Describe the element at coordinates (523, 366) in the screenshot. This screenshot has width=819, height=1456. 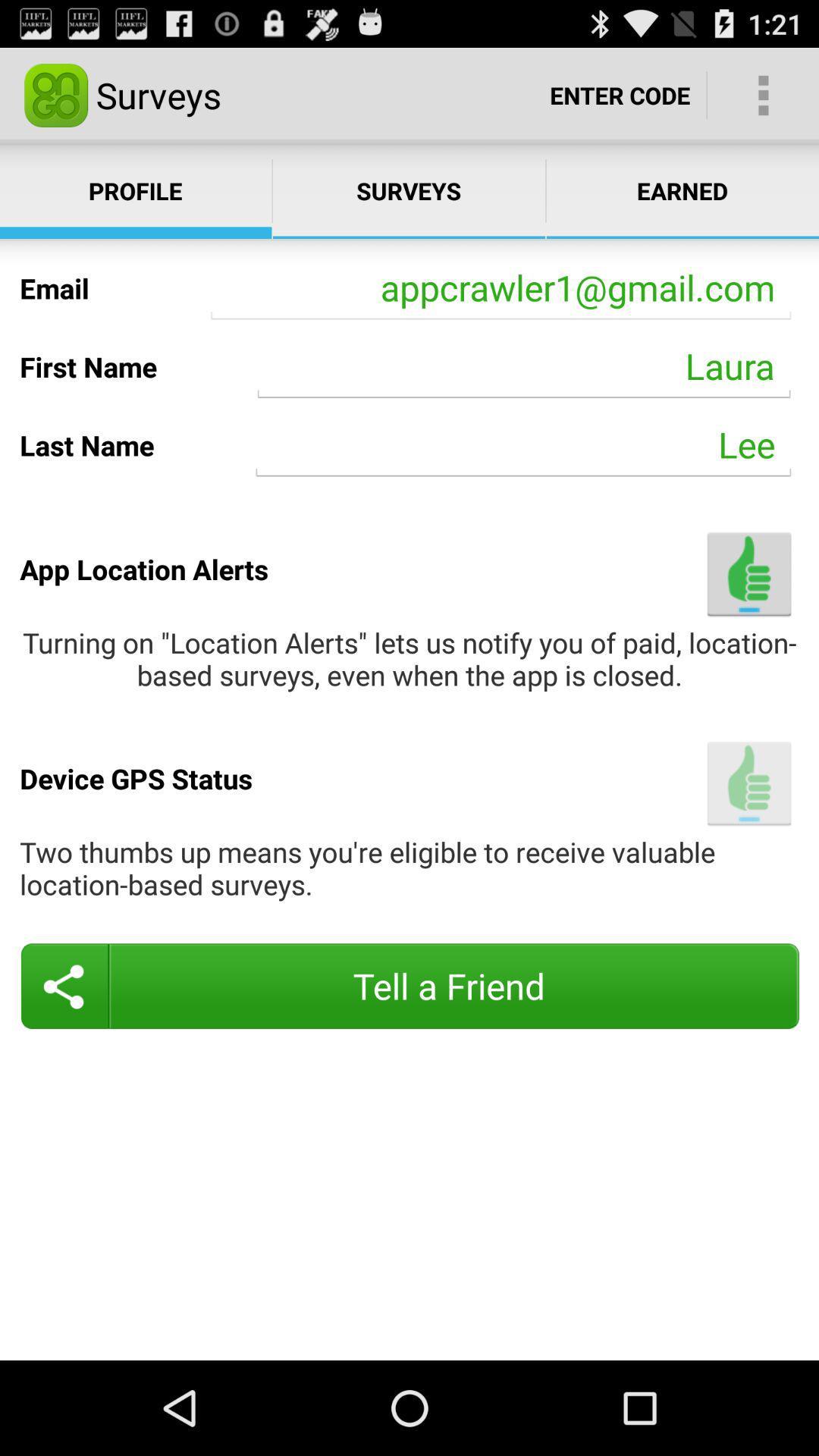
I see `item below appcrawler1@gmail.com item` at that location.